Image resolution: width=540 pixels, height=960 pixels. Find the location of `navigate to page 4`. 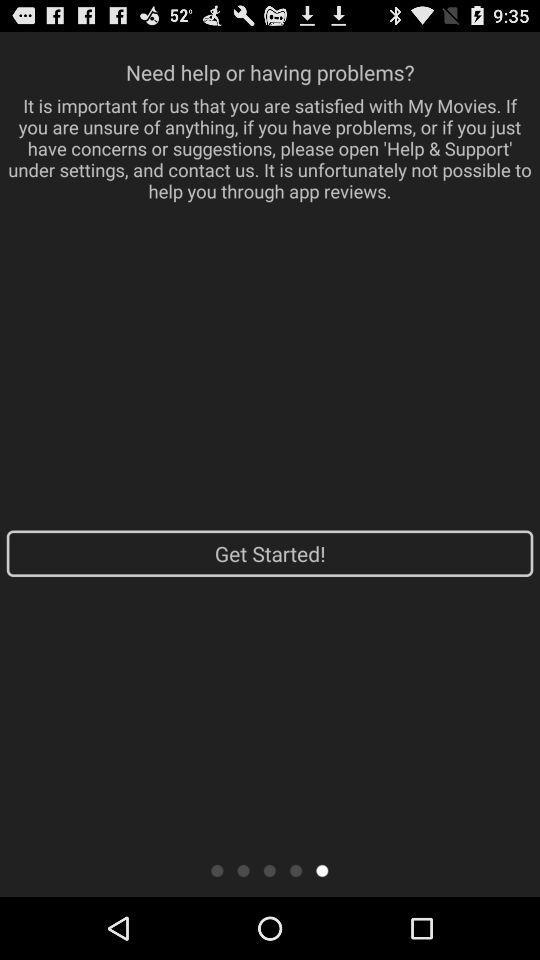

navigate to page 4 is located at coordinates (295, 869).